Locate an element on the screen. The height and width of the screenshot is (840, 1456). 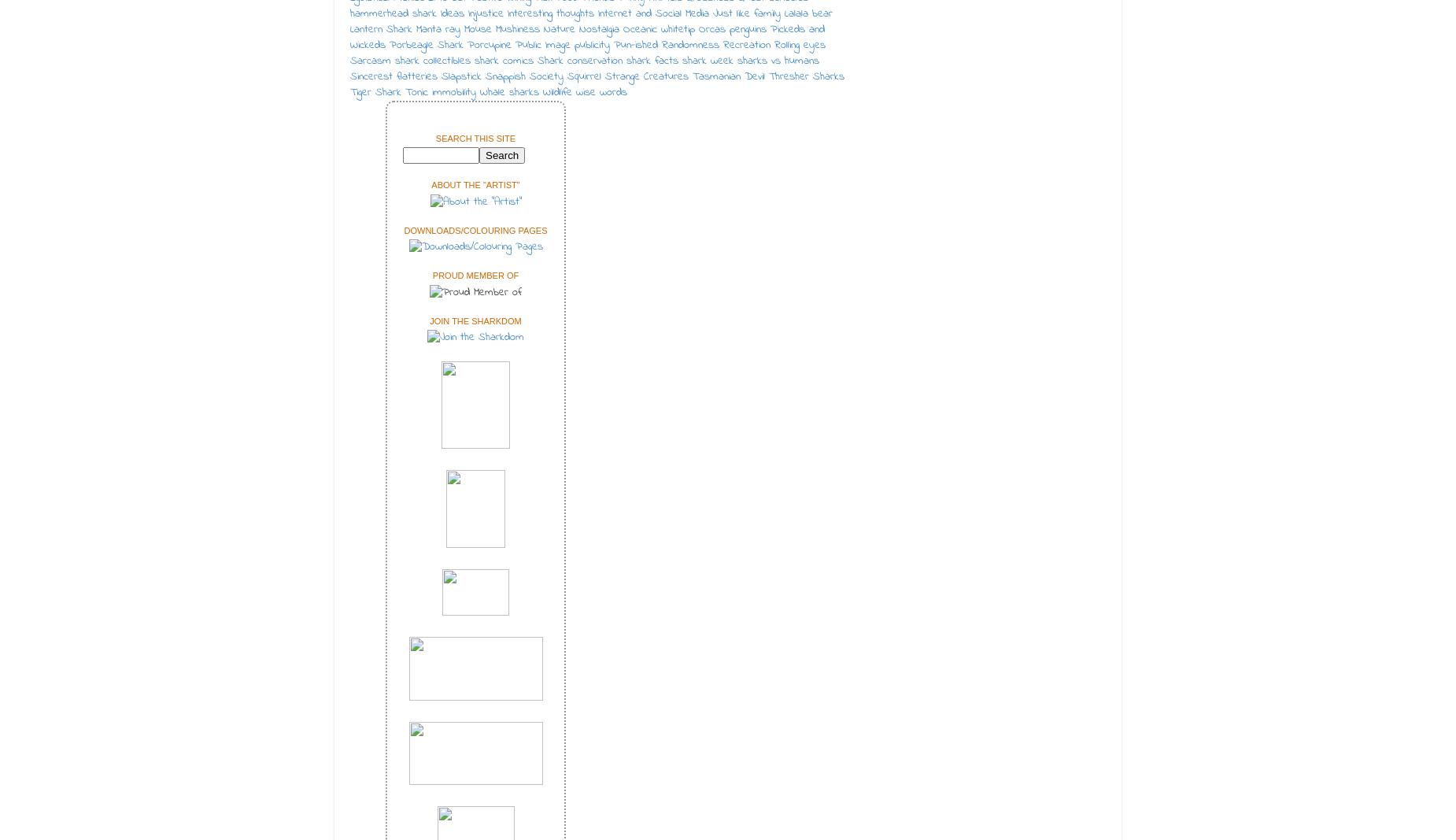
'Join the Sharkdom' is located at coordinates (475, 319).